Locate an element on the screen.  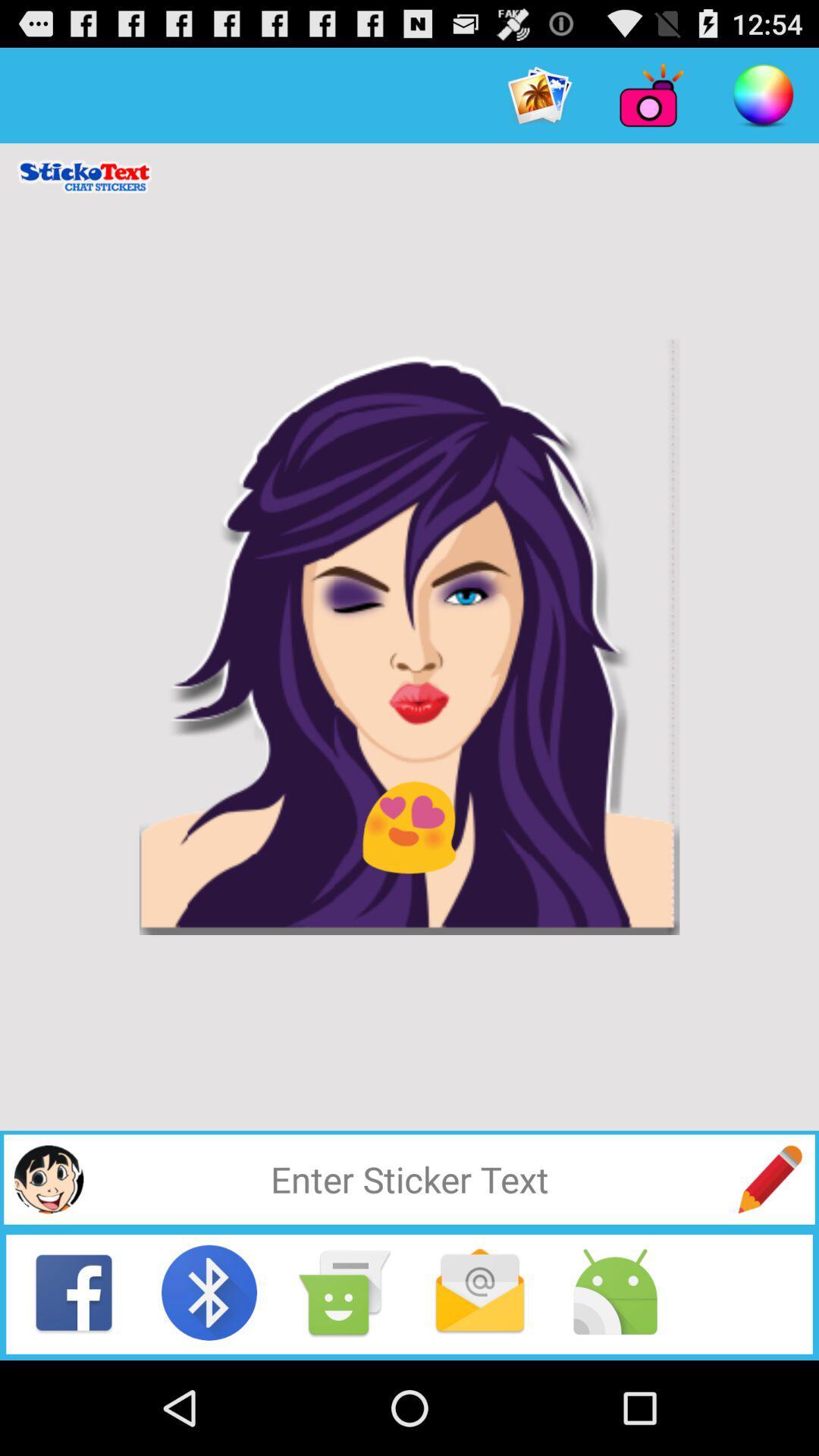
share to facebook is located at coordinates (74, 1291).